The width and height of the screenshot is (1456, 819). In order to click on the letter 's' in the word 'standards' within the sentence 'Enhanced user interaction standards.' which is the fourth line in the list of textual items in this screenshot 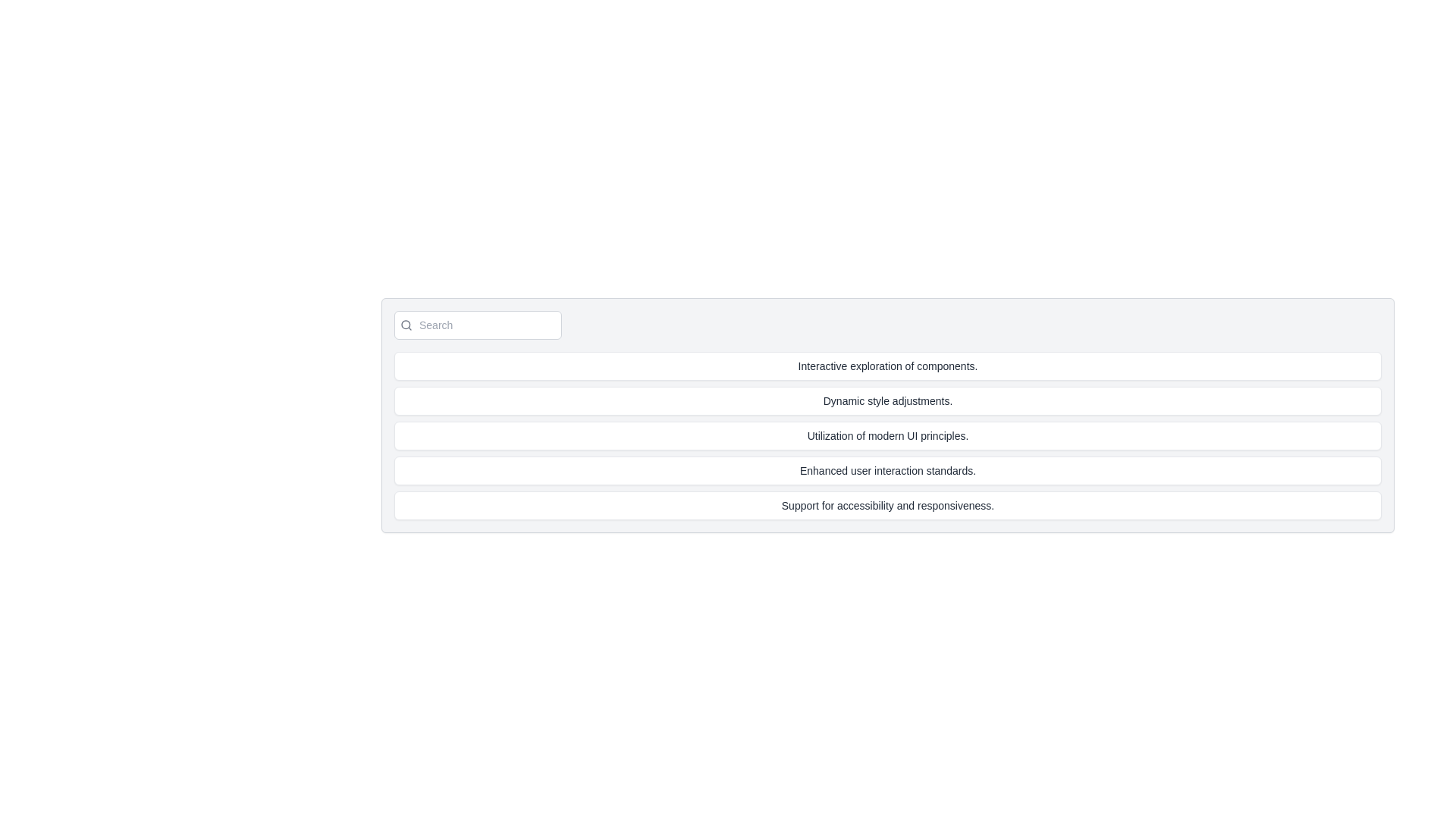, I will do `click(928, 470)`.